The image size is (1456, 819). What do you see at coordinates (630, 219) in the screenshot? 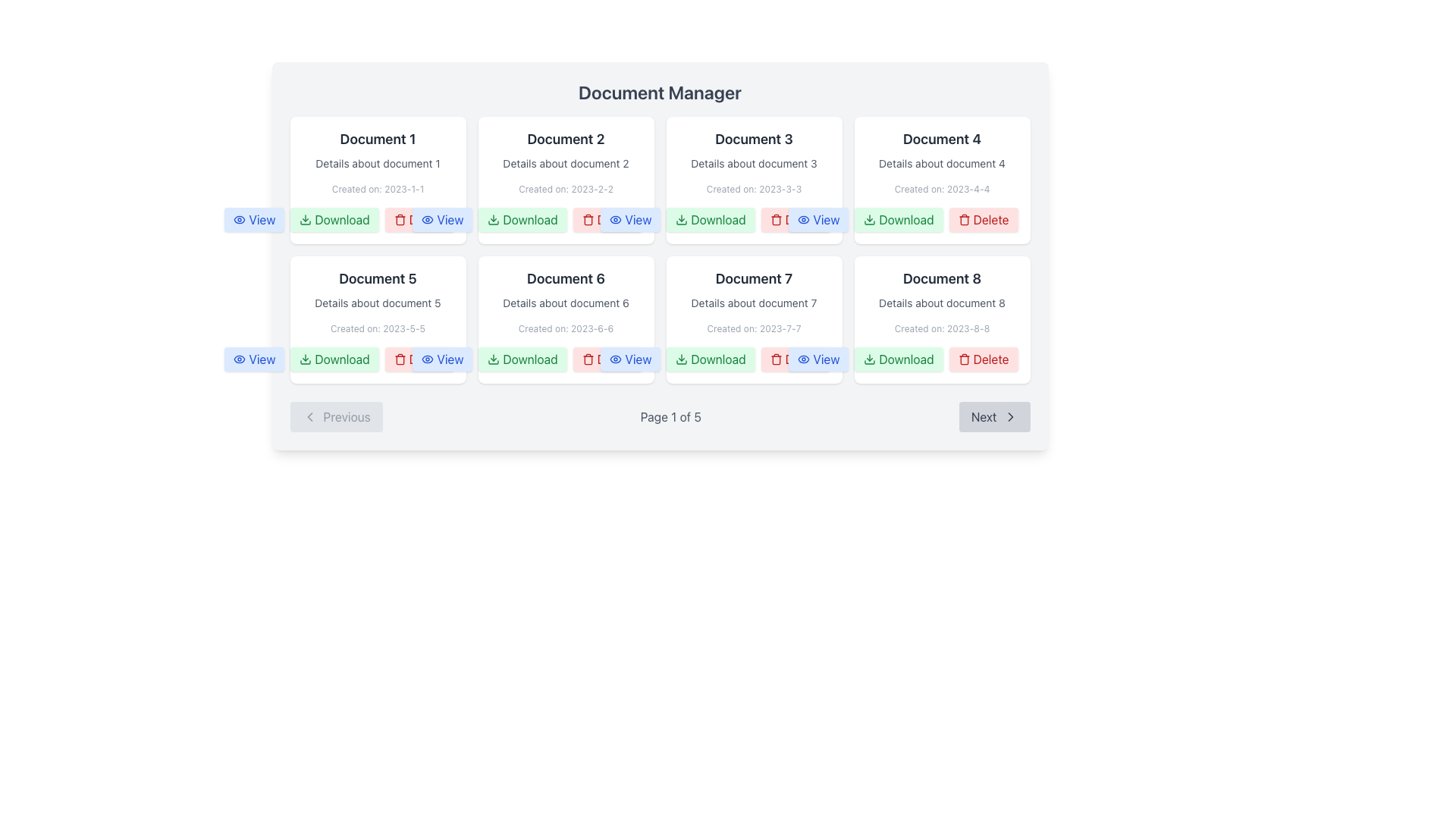
I see `the button that allows users to view details associated with the document, located in the first card's bottom area of the second row in a six-card grid layout` at bounding box center [630, 219].